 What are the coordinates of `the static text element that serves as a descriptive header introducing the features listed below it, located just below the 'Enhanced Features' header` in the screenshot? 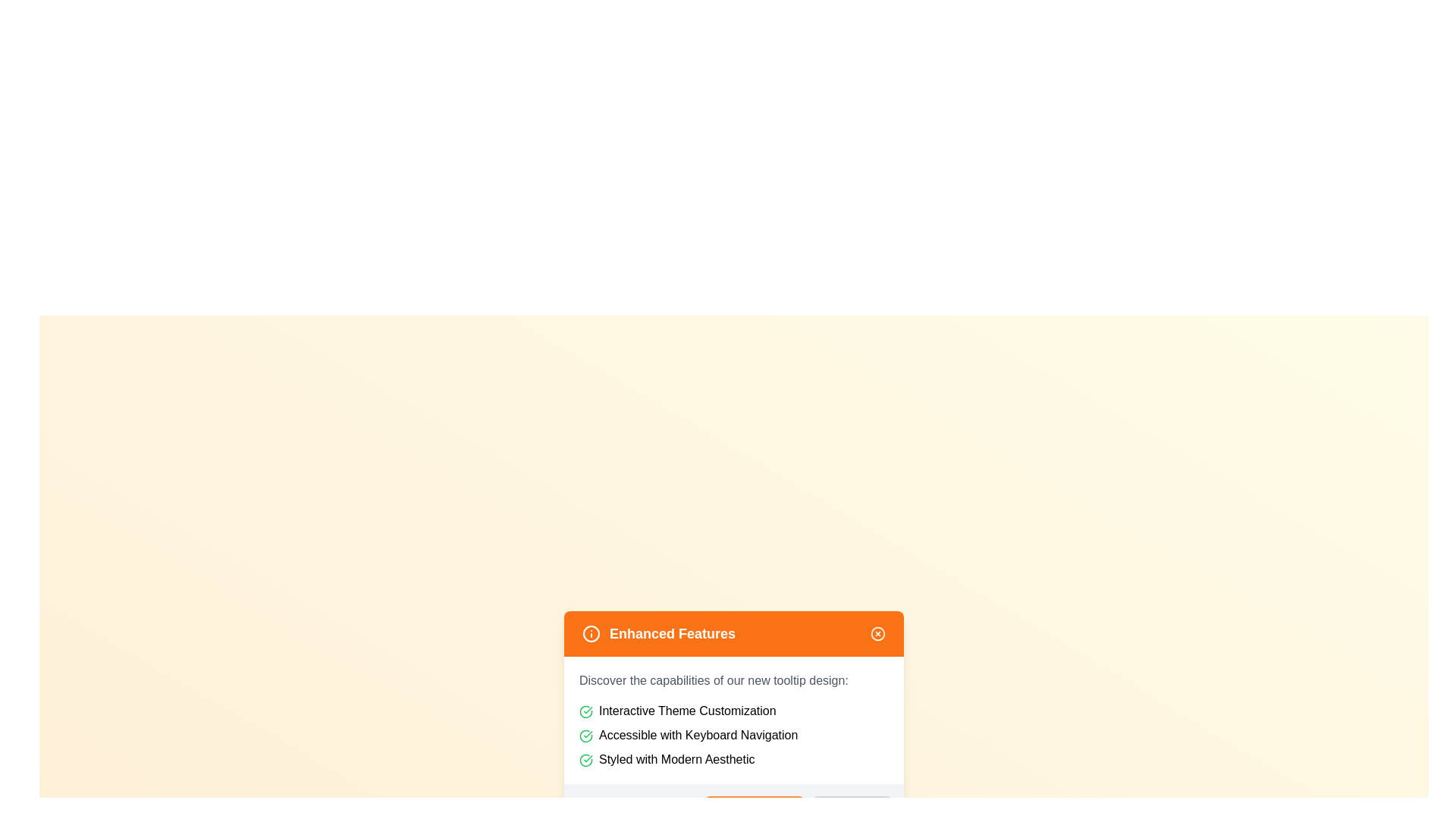 It's located at (734, 680).